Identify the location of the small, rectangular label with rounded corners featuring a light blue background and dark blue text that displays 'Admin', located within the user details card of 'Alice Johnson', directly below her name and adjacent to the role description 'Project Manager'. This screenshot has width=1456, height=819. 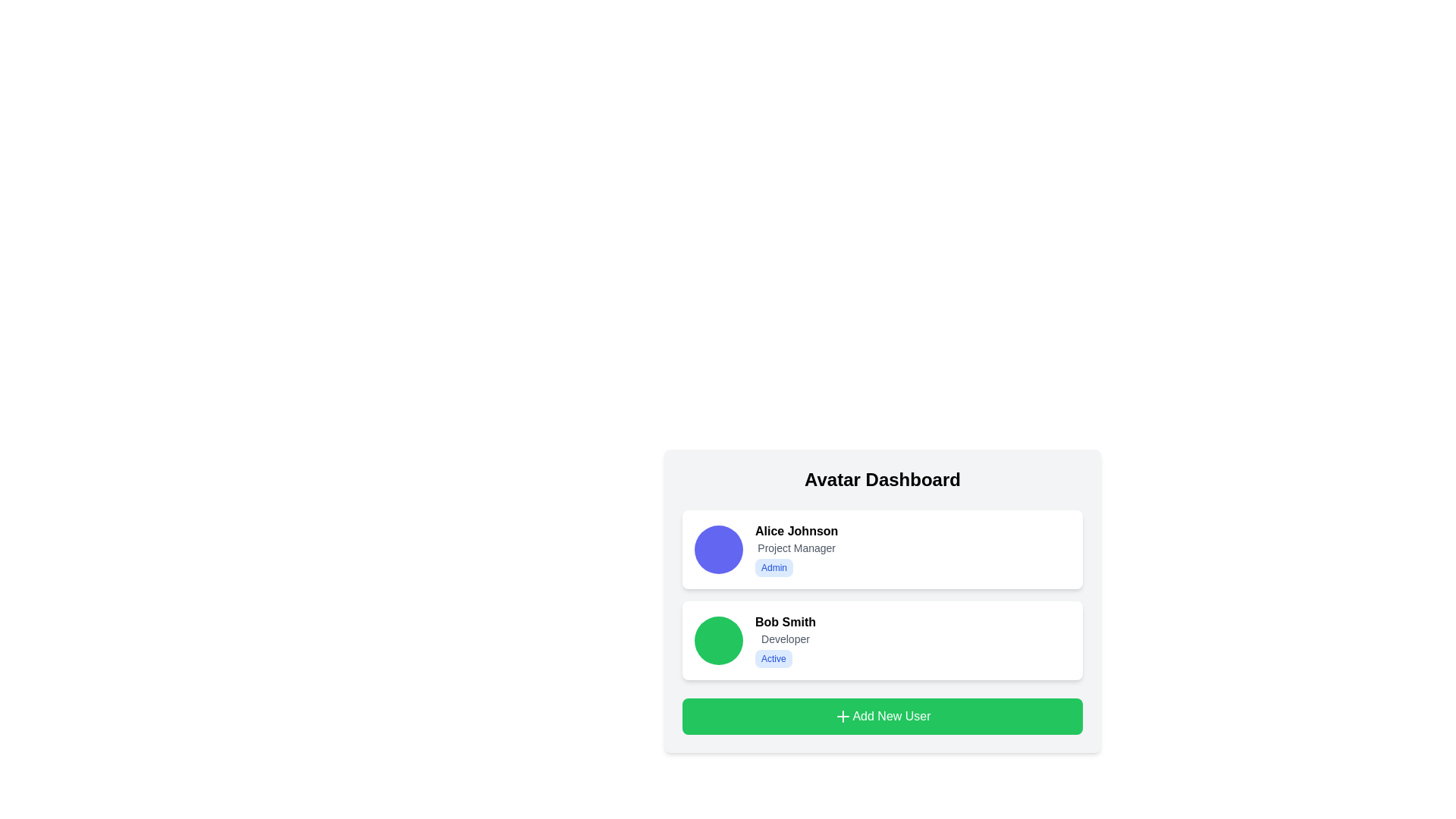
(774, 567).